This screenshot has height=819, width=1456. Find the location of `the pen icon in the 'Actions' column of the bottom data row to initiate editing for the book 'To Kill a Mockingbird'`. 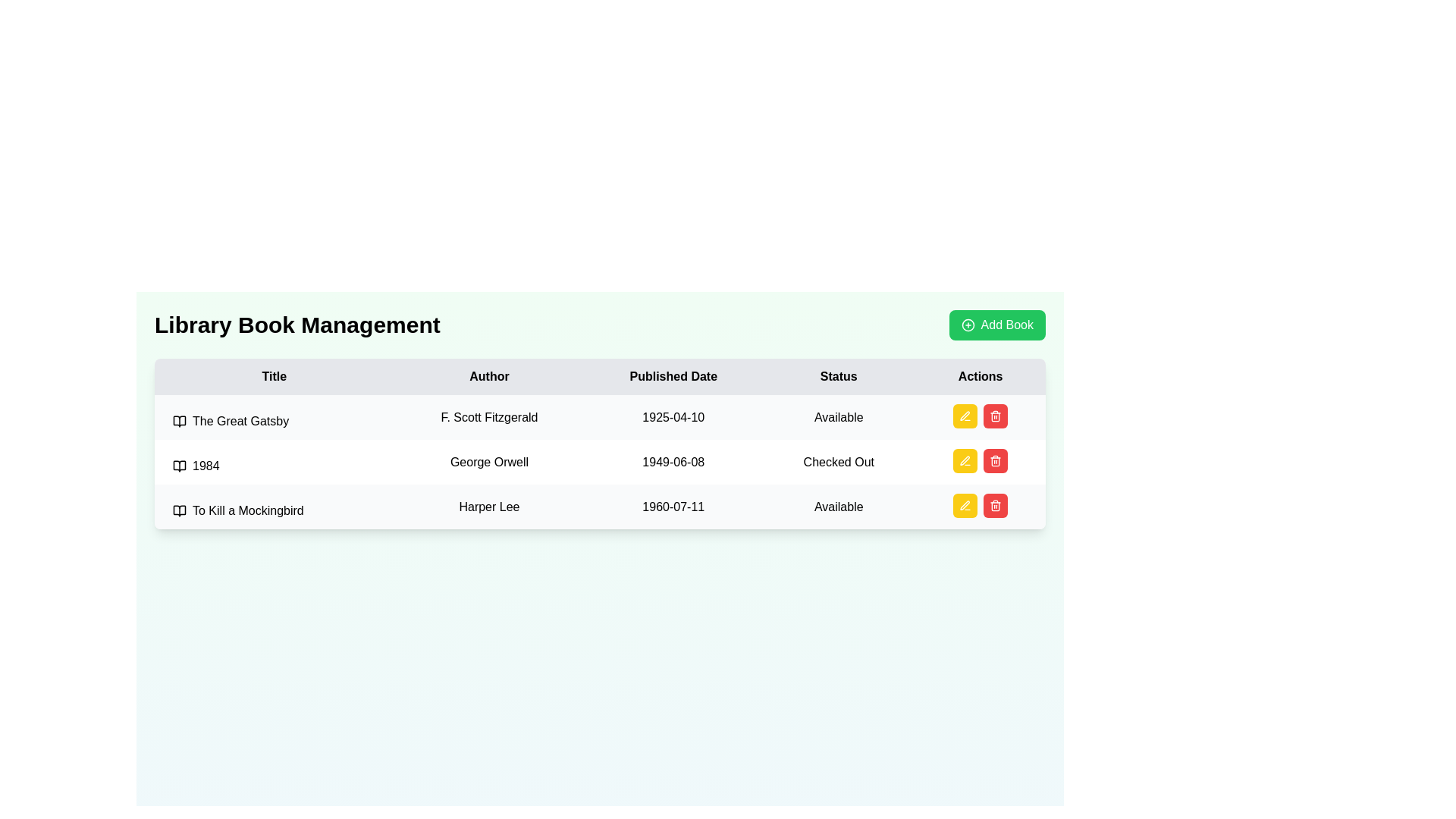

the pen icon in the 'Actions' column of the bottom data row to initiate editing for the book 'To Kill a Mockingbird' is located at coordinates (964, 416).